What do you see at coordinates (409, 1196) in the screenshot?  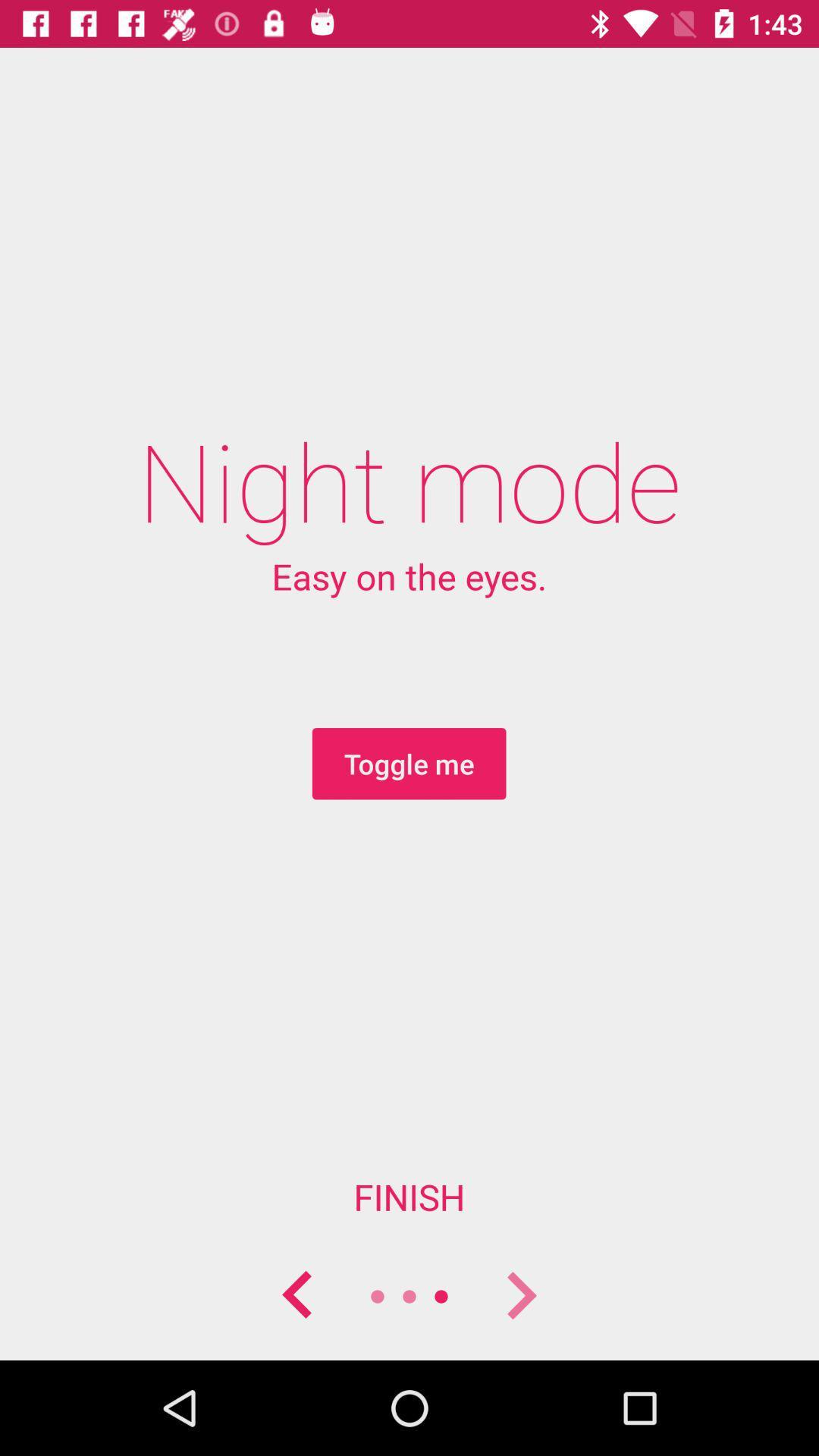 I see `item below the toggle me` at bounding box center [409, 1196].